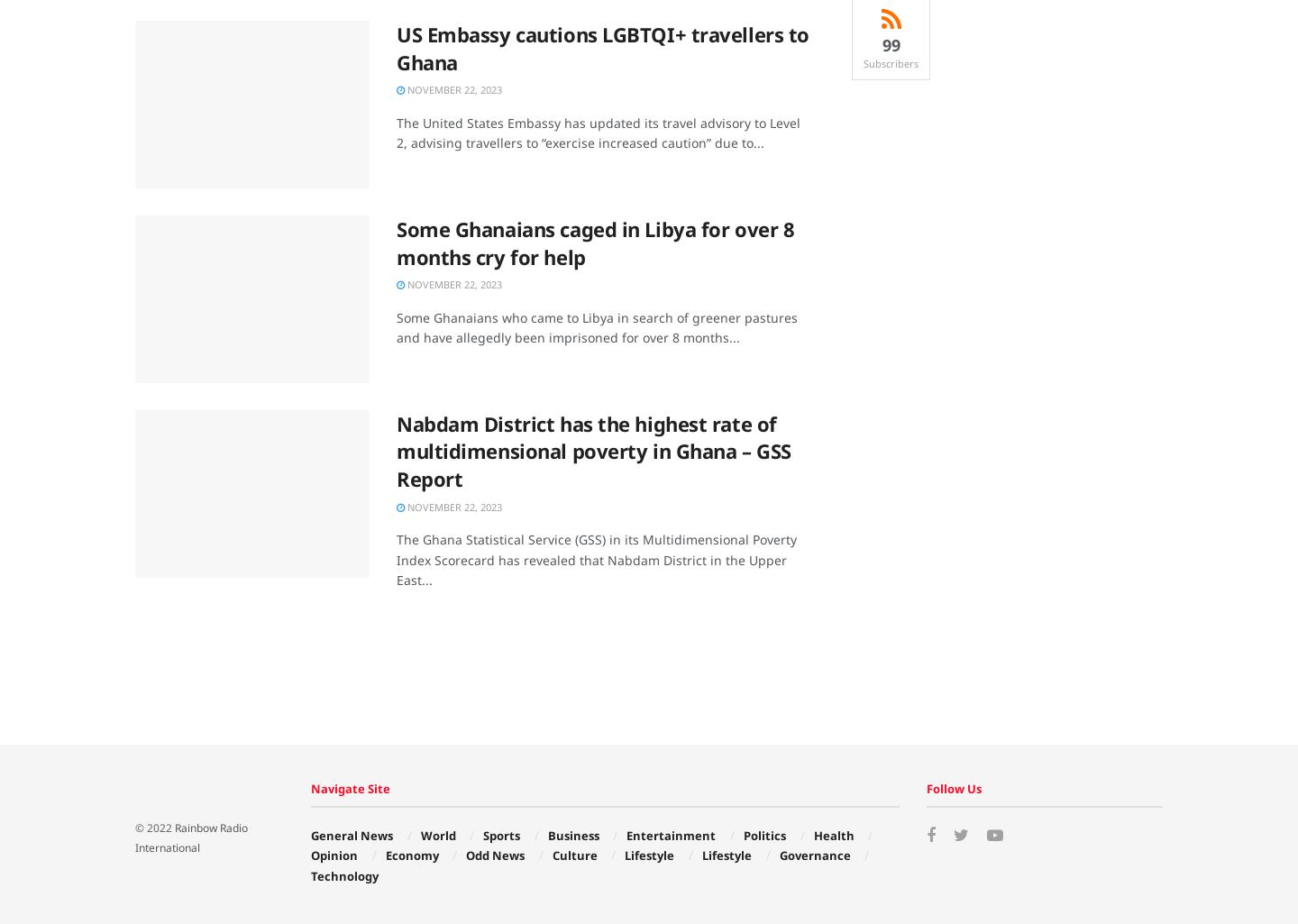 The height and width of the screenshot is (924, 1298). I want to click on 'Subscribers', so click(890, 62).